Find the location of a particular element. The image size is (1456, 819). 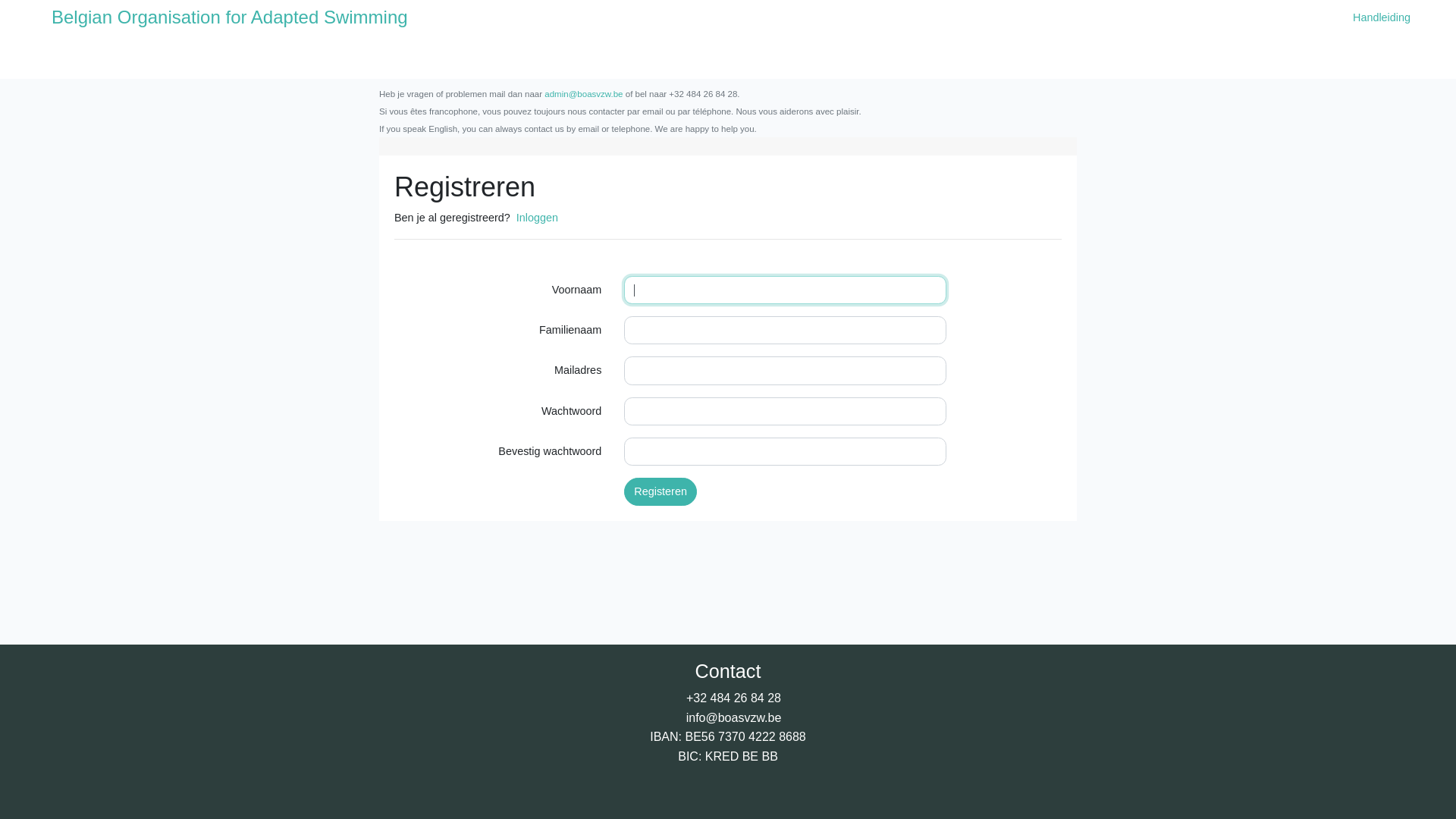

'Inloggen' is located at coordinates (537, 217).